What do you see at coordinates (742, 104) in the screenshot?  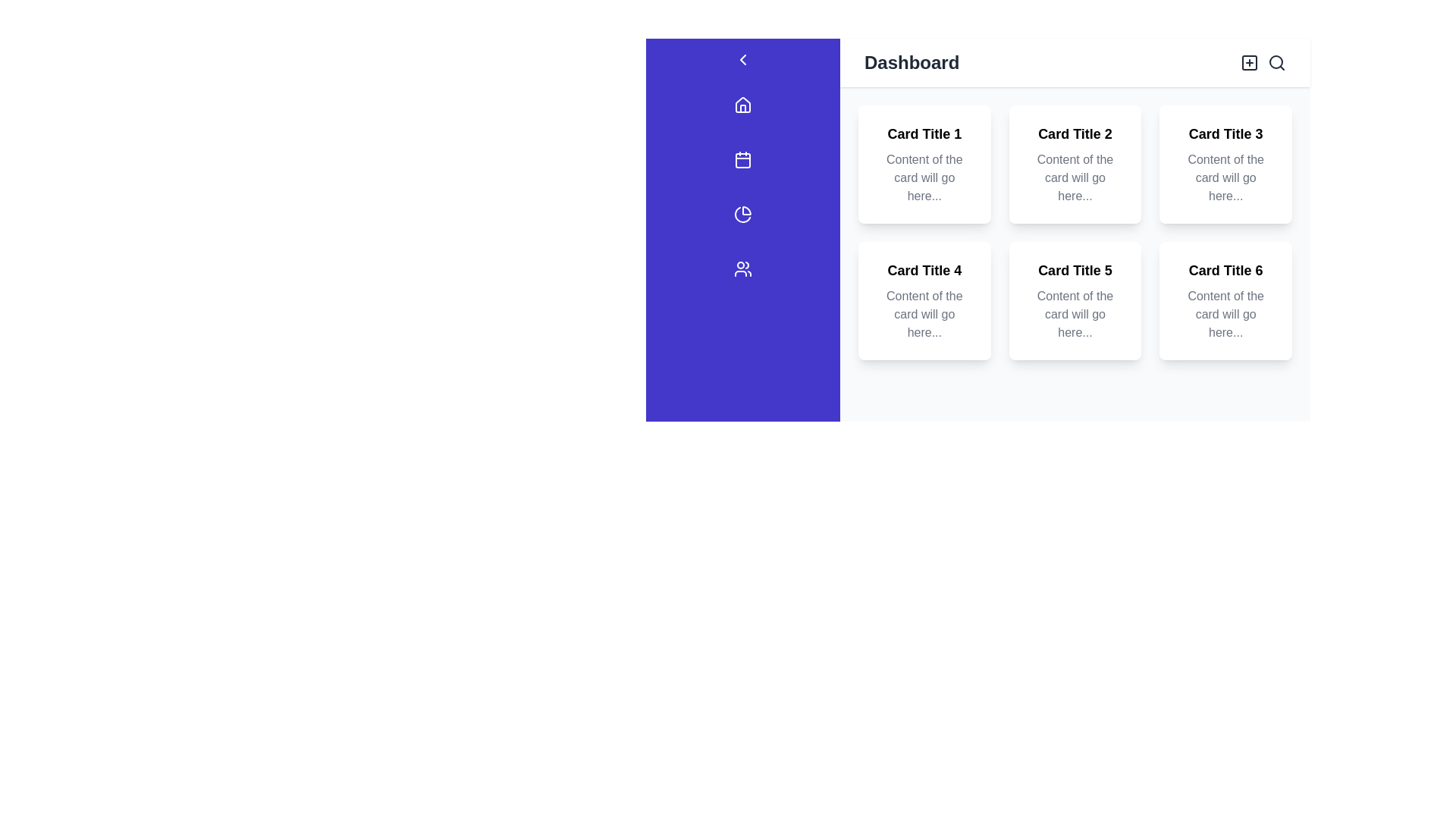 I see `the home-themed icon located at the top of the navigation bar` at bounding box center [742, 104].